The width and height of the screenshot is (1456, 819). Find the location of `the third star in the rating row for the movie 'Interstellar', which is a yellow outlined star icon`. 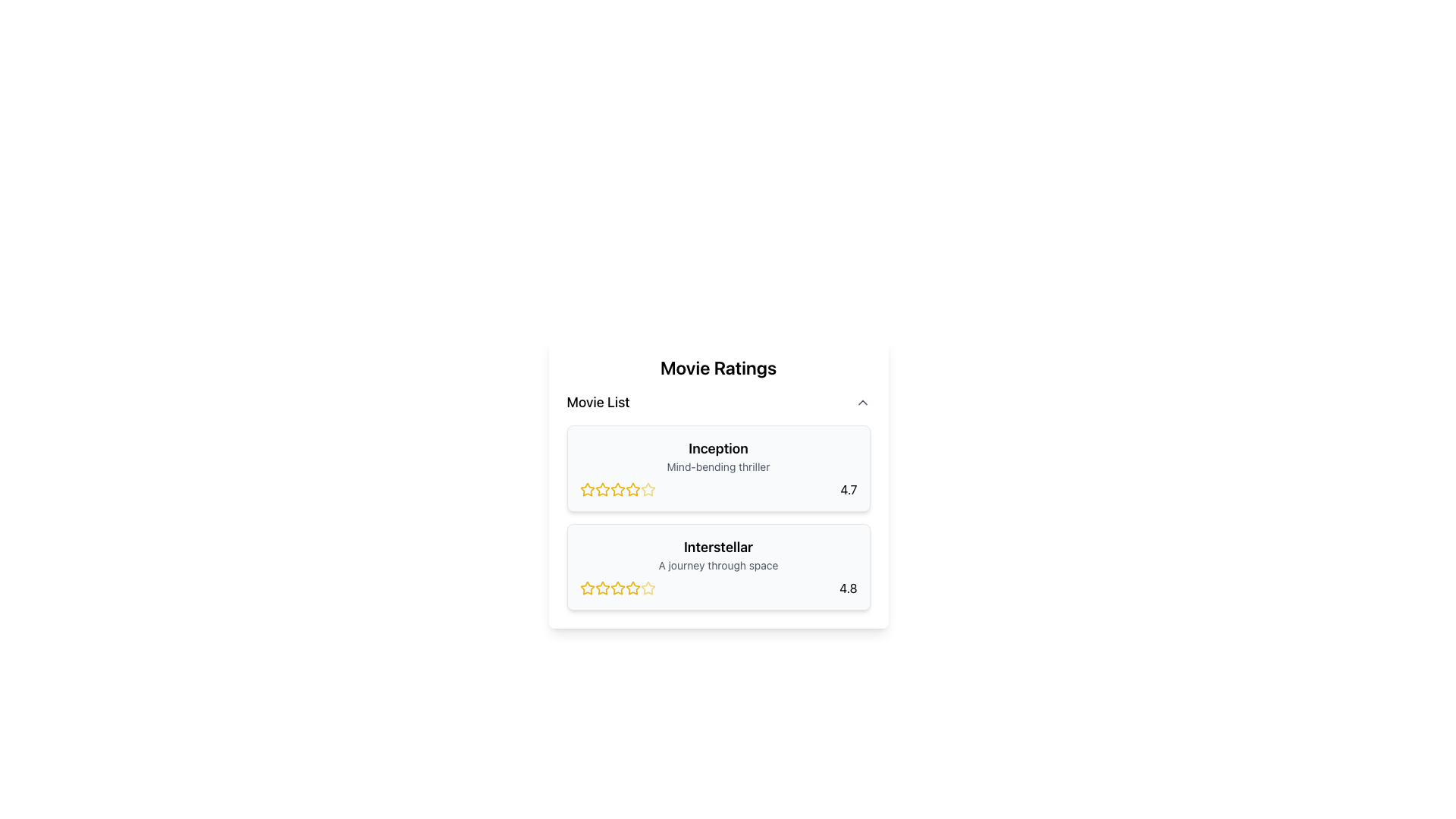

the third star in the rating row for the movie 'Interstellar', which is a yellow outlined star icon is located at coordinates (617, 587).